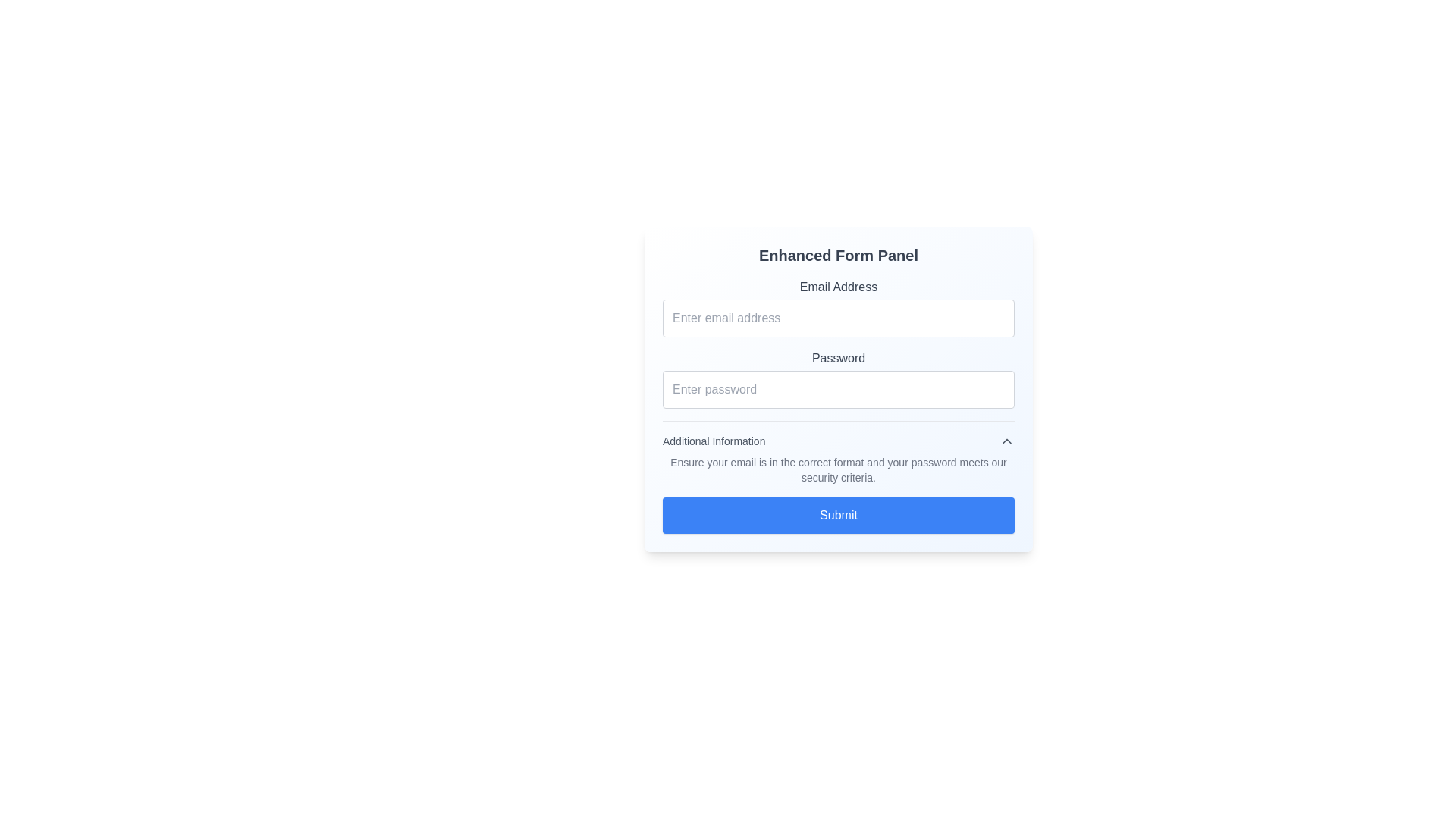  I want to click on the email address label located at the top of the form, which guides users on the expected content for the input field below it, so click(837, 287).